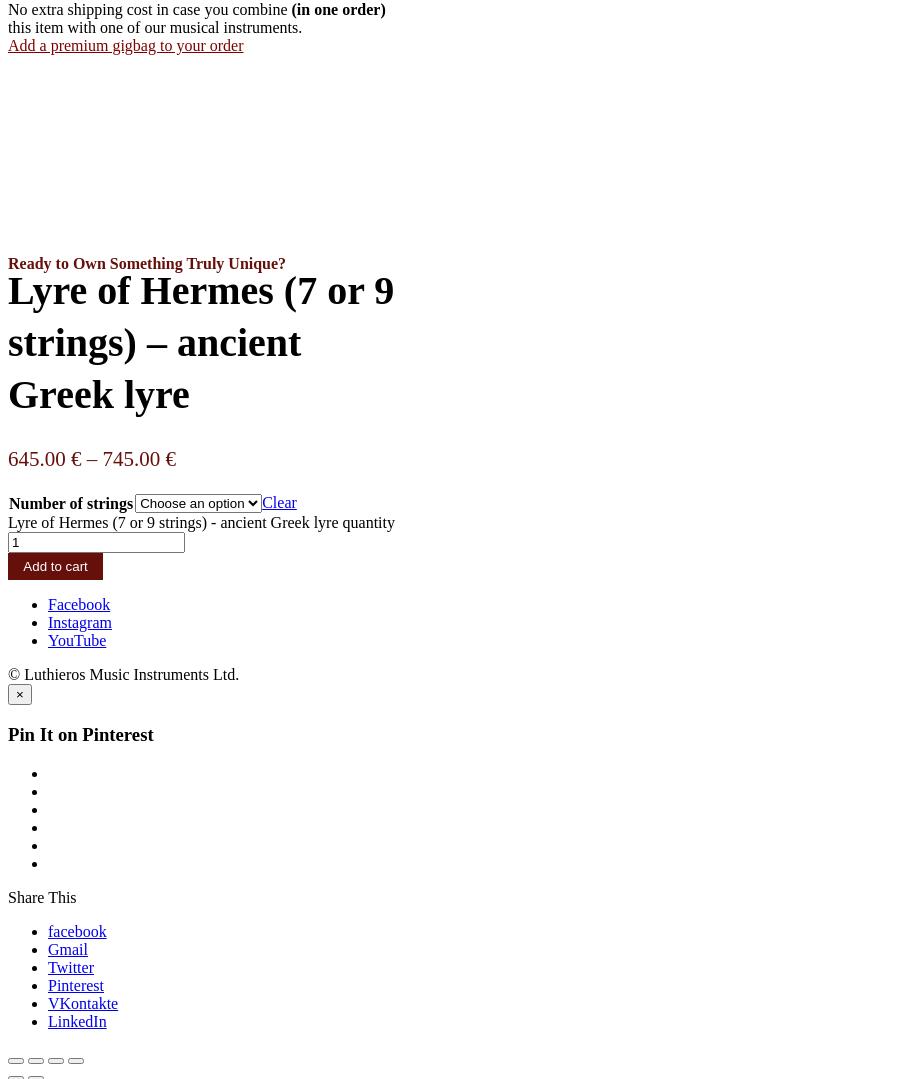 The image size is (908, 1079). What do you see at coordinates (55, 565) in the screenshot?
I see `'Add to cart'` at bounding box center [55, 565].